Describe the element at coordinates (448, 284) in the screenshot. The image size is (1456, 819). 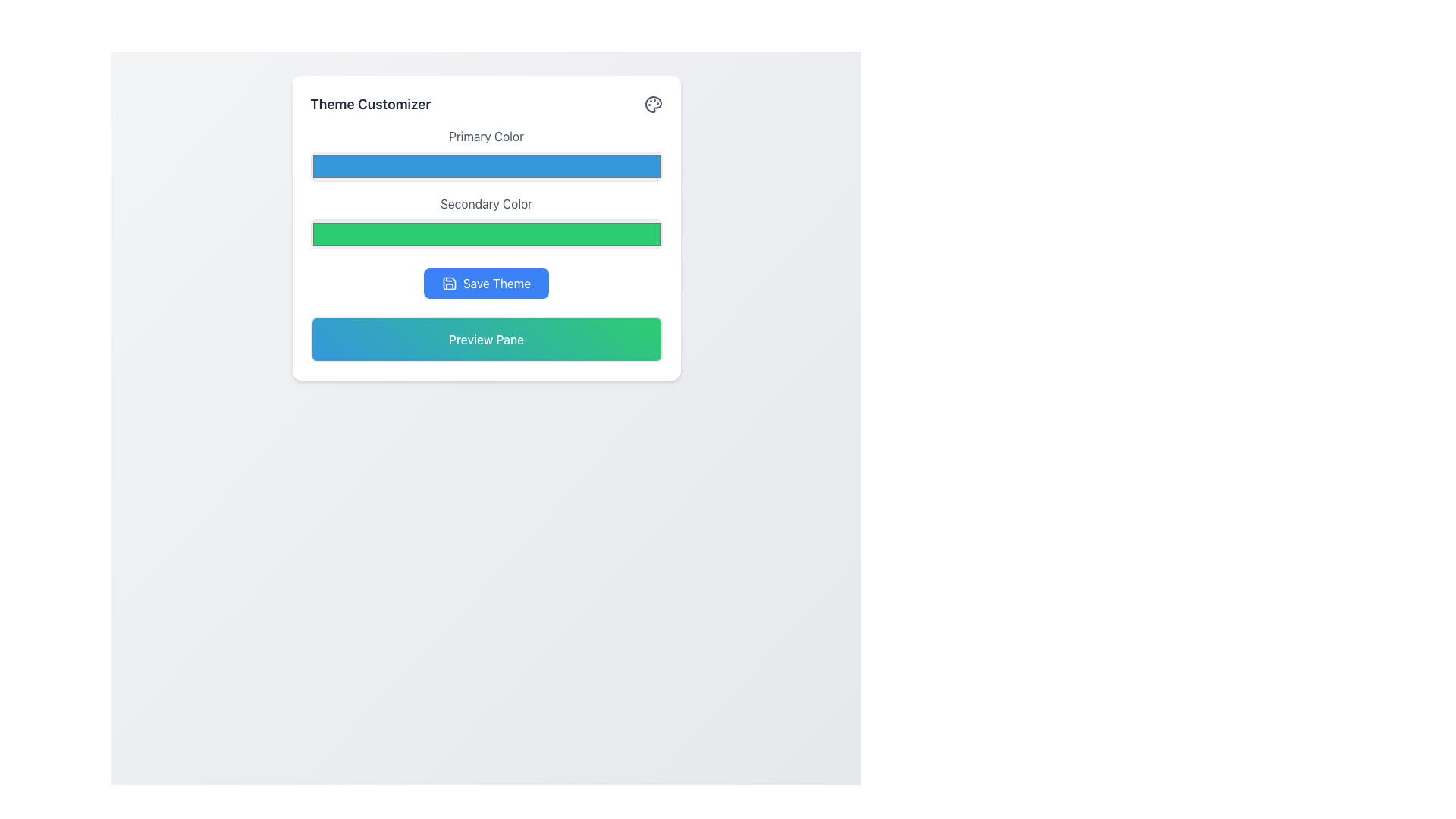
I see `the floppy disk icon located to the left of the 'Save Theme' text within the button styled with a blue background and curved corners` at that location.